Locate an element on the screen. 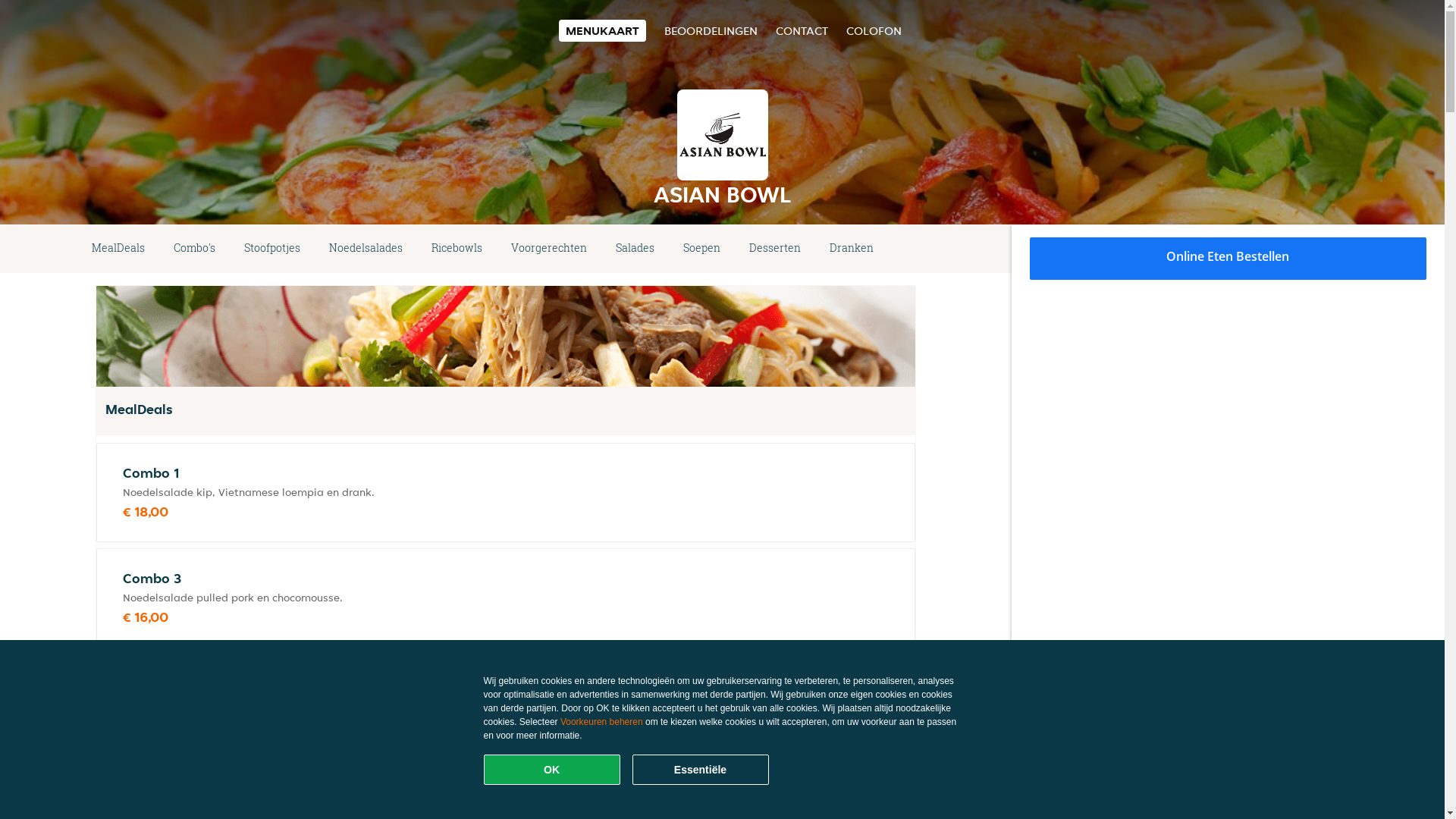 The image size is (1456, 819). 'OK' is located at coordinates (551, 769).